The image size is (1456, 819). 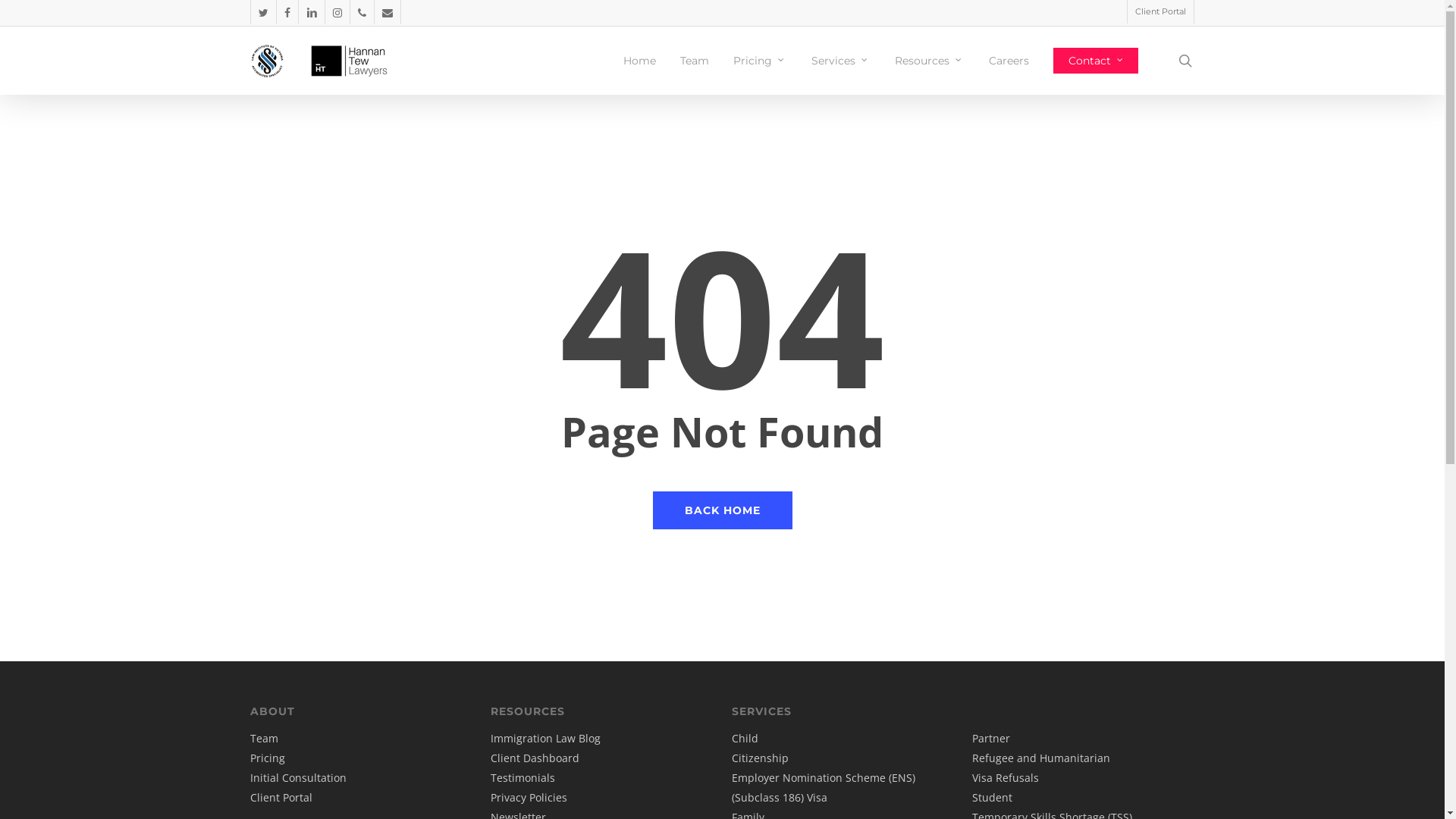 I want to click on 'Email', so click(x=387, y=11).